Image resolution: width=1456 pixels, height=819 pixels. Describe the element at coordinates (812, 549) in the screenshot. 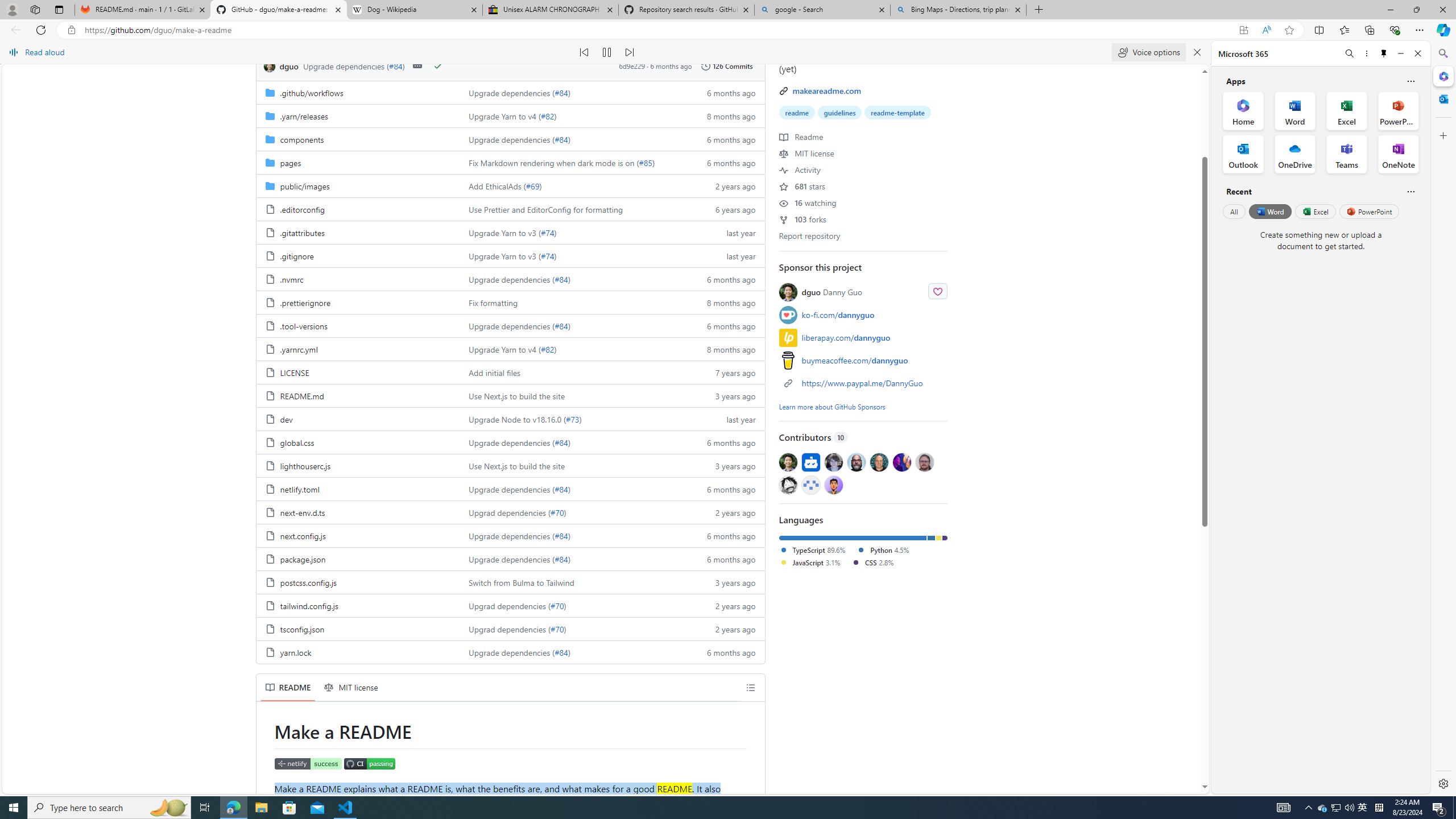

I see `'TypeScript 89.6%'` at that location.